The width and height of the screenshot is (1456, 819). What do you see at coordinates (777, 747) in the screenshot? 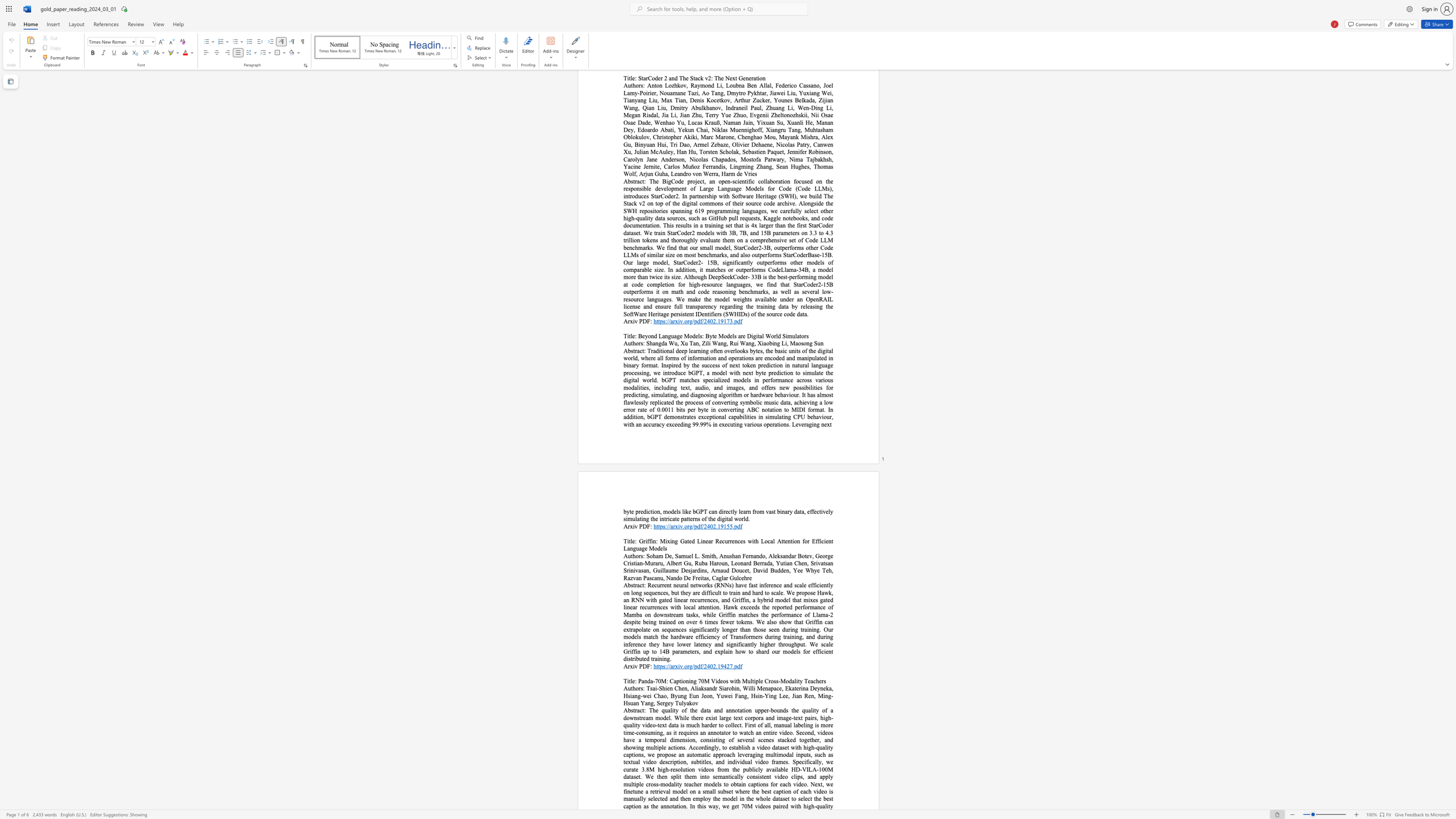
I see `the subset text "taset with high-quality captions, we propose an automatic approach leveraging multimodal inputs, such as textual video description, subtitles, and individual video frames. Specifically, we curate 3.8M high-resolut" within the text "The quality of the data and annotation upper-bounds the quality of a downstream model. While there exist large text corpora and image-text pairs, high-quality video-text data is much harder to collect. First of all, manual labeling is more time-consuming, as it requires an annotator to watch an entire video. Second, videos have a temporal dimension, consisting of several scenes stacked together, and showing multiple actions. Accordingly, to establish a video dataset with high-quality captions, we propose an automatic approach leveraging multimodal inputs, such as textual video description, subtitles, and individual video frames. Specifically, we curate 3.8M high-resolution videos from the publicly available HD-VILA-100M dataset. We then split them into semantically consistent video clips, and apply multiple cross-modality teacher models to obtain captions for each video. Next, we finetune a retrieval model on a small subset where the best caption of each video is manually selected and then employ the model in the whole dataset to select the best caption as the annotation. In"` at bounding box center [777, 747].